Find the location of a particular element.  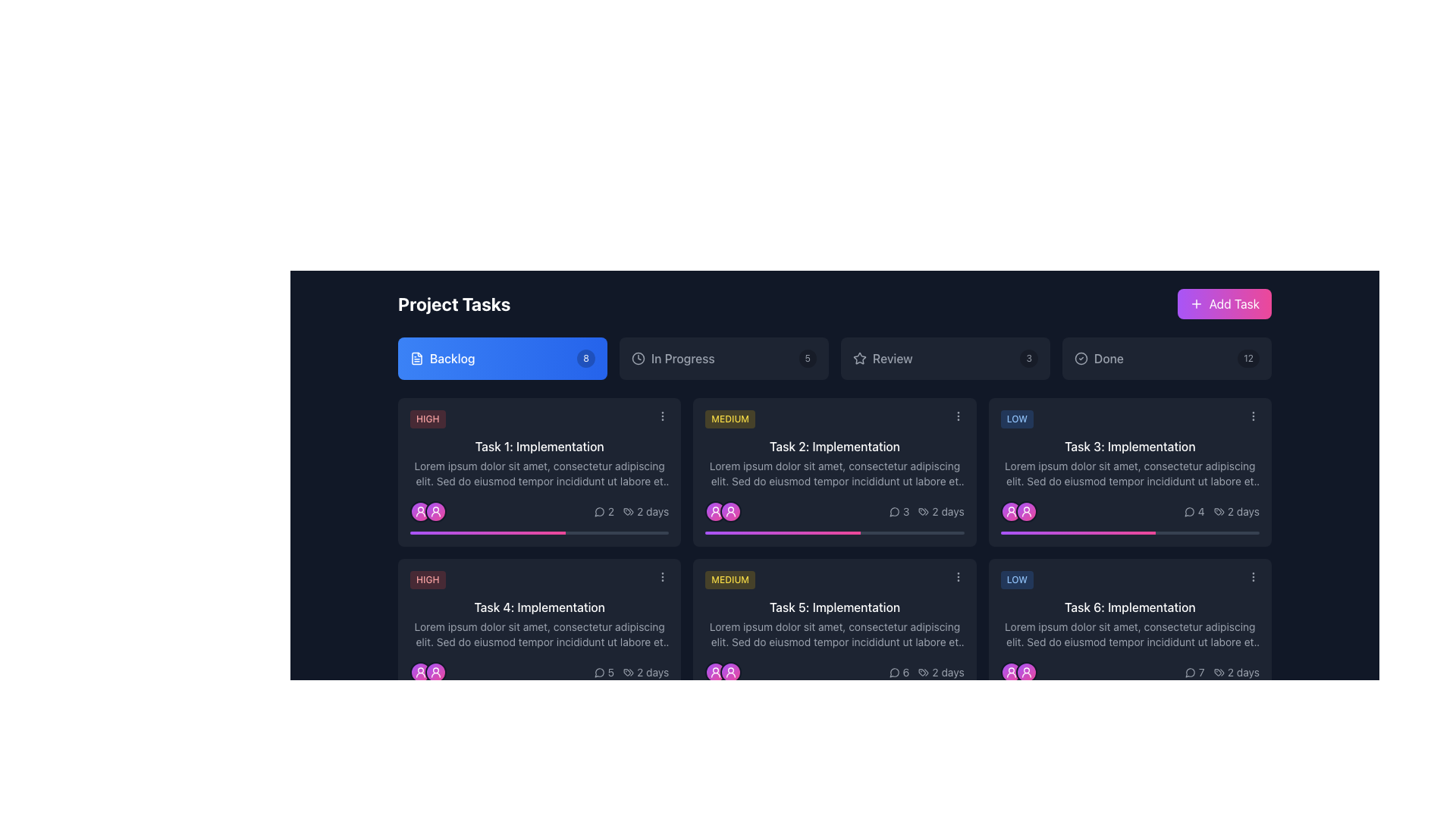

the static text label displaying 'Task 5: Implementation' located in the 'Done' section of the Project Tasks interface is located at coordinates (833, 607).